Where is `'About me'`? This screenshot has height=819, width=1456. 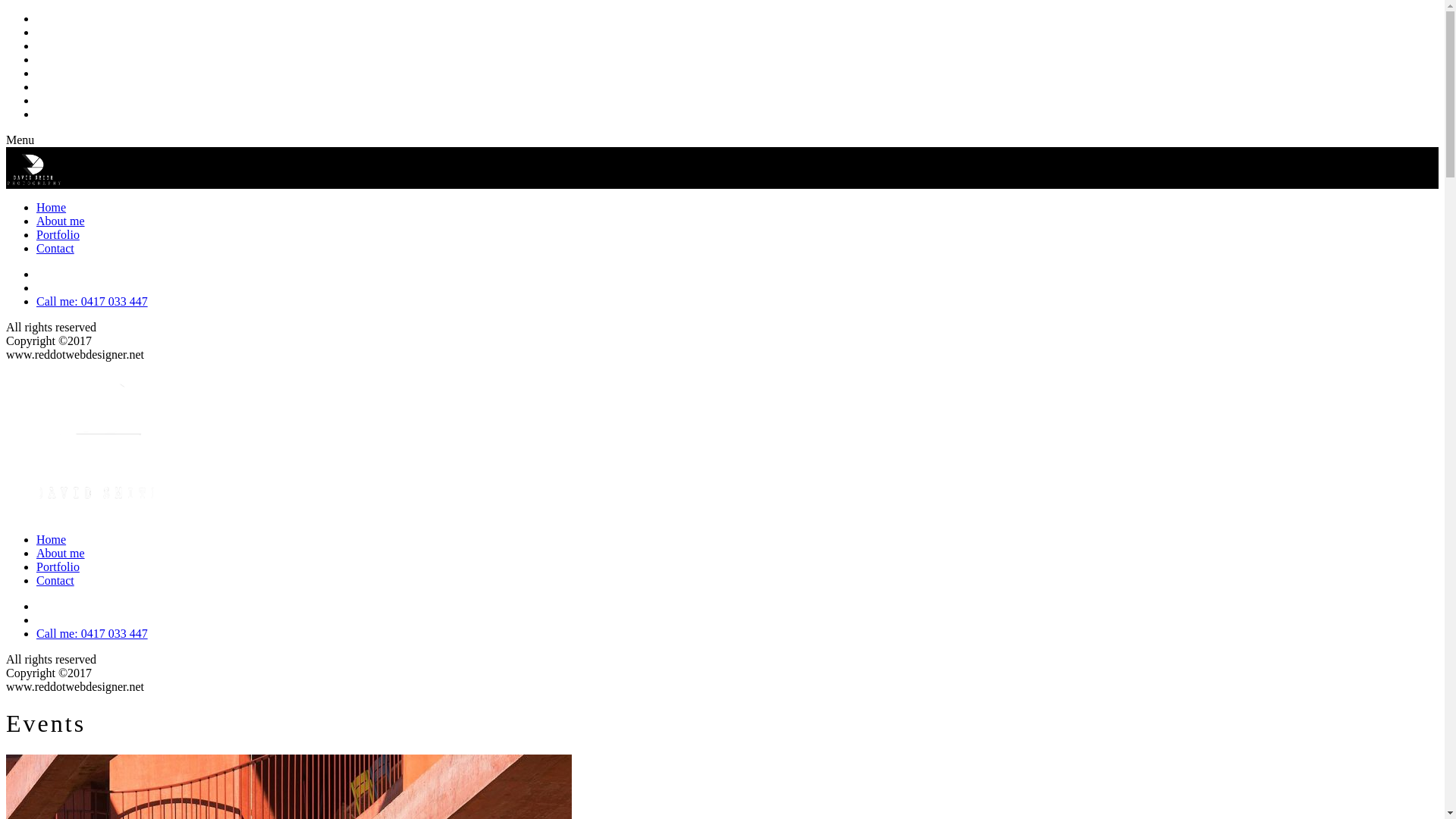 'About me' is located at coordinates (61, 221).